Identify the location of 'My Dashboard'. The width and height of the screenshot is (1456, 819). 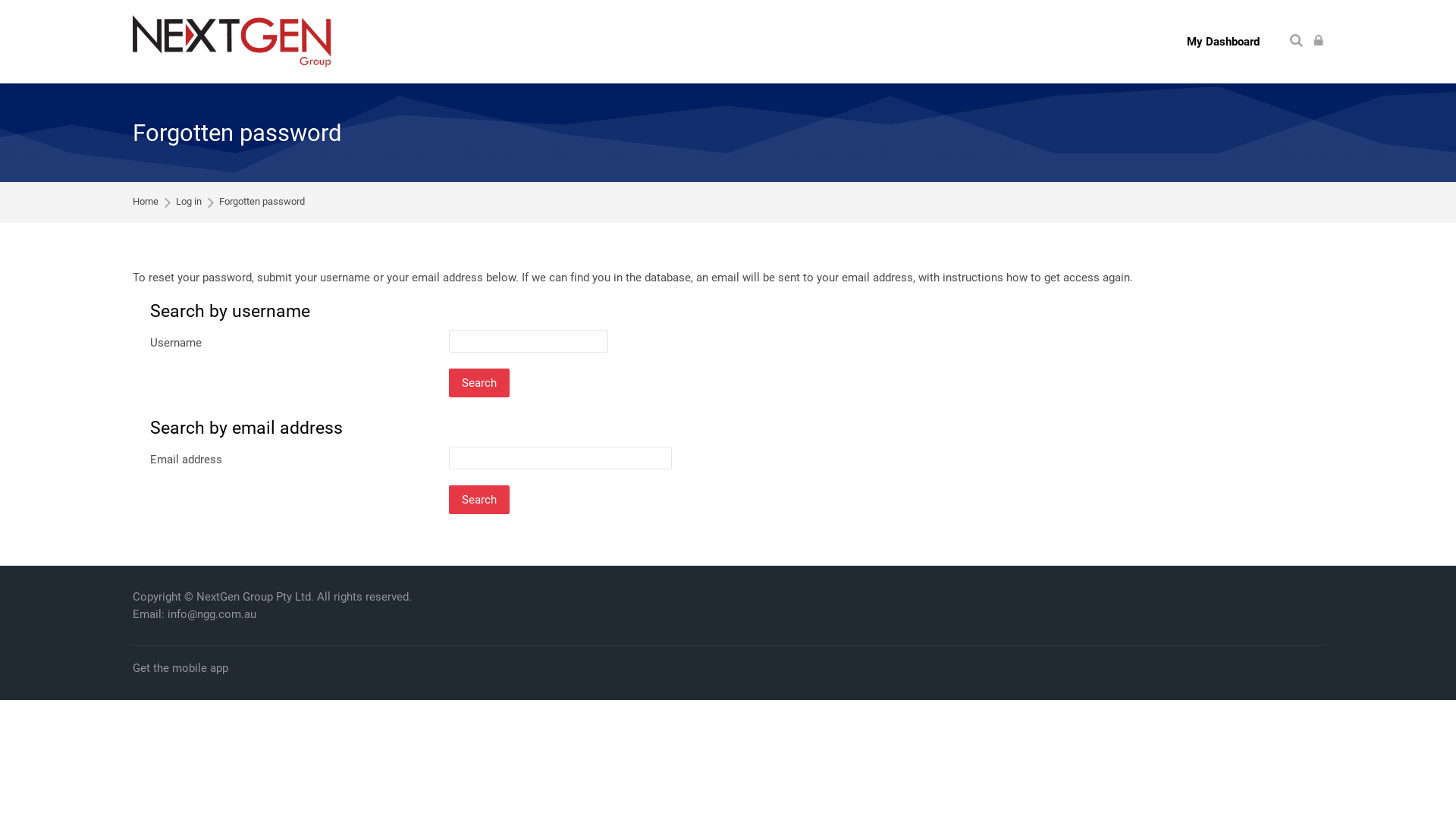
(1222, 40).